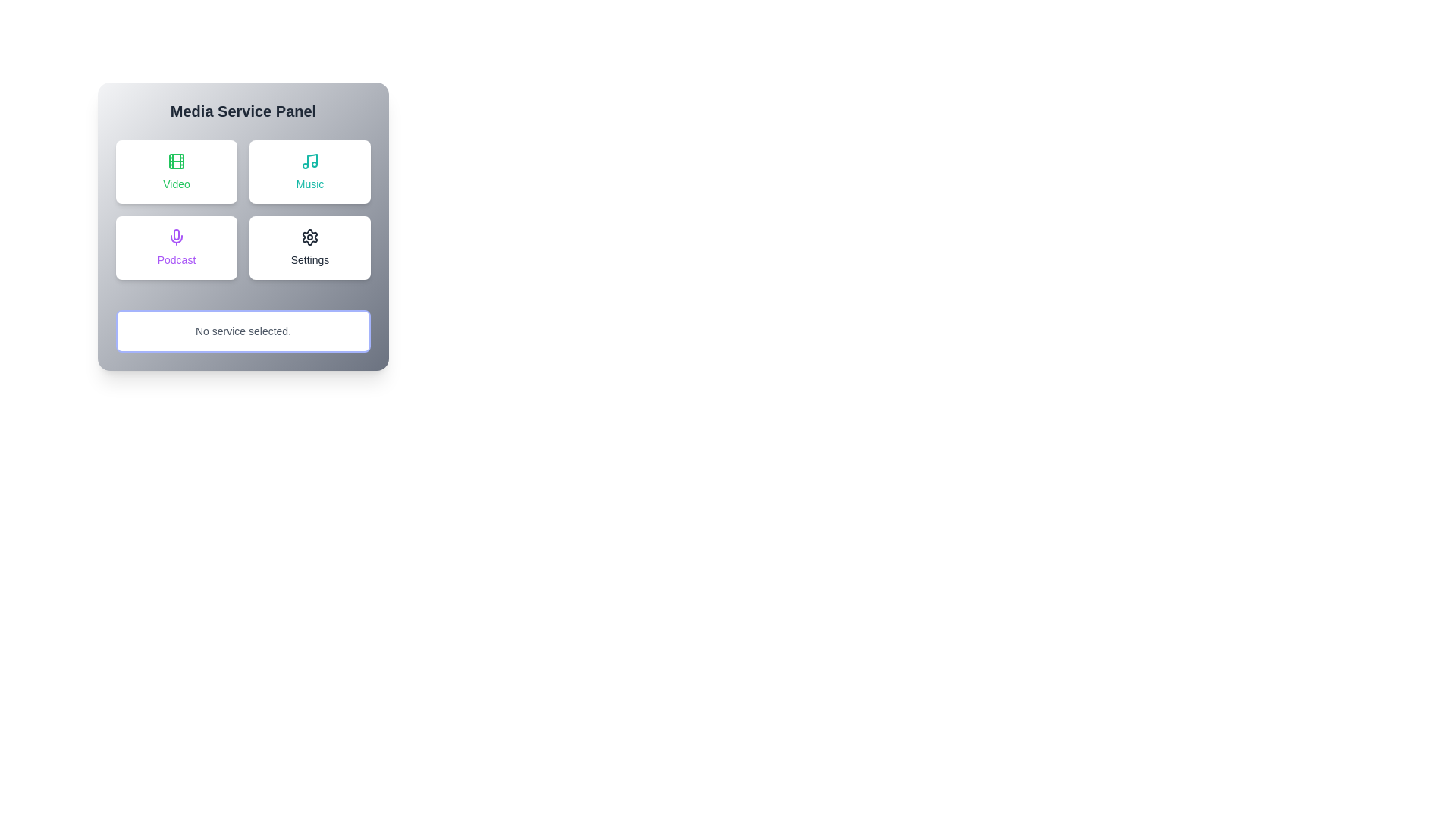  What do you see at coordinates (177, 234) in the screenshot?
I see `properties of the decorative audio or podcast-related SVG icon located within the 'Podcast' button by clicking on its center point` at bounding box center [177, 234].